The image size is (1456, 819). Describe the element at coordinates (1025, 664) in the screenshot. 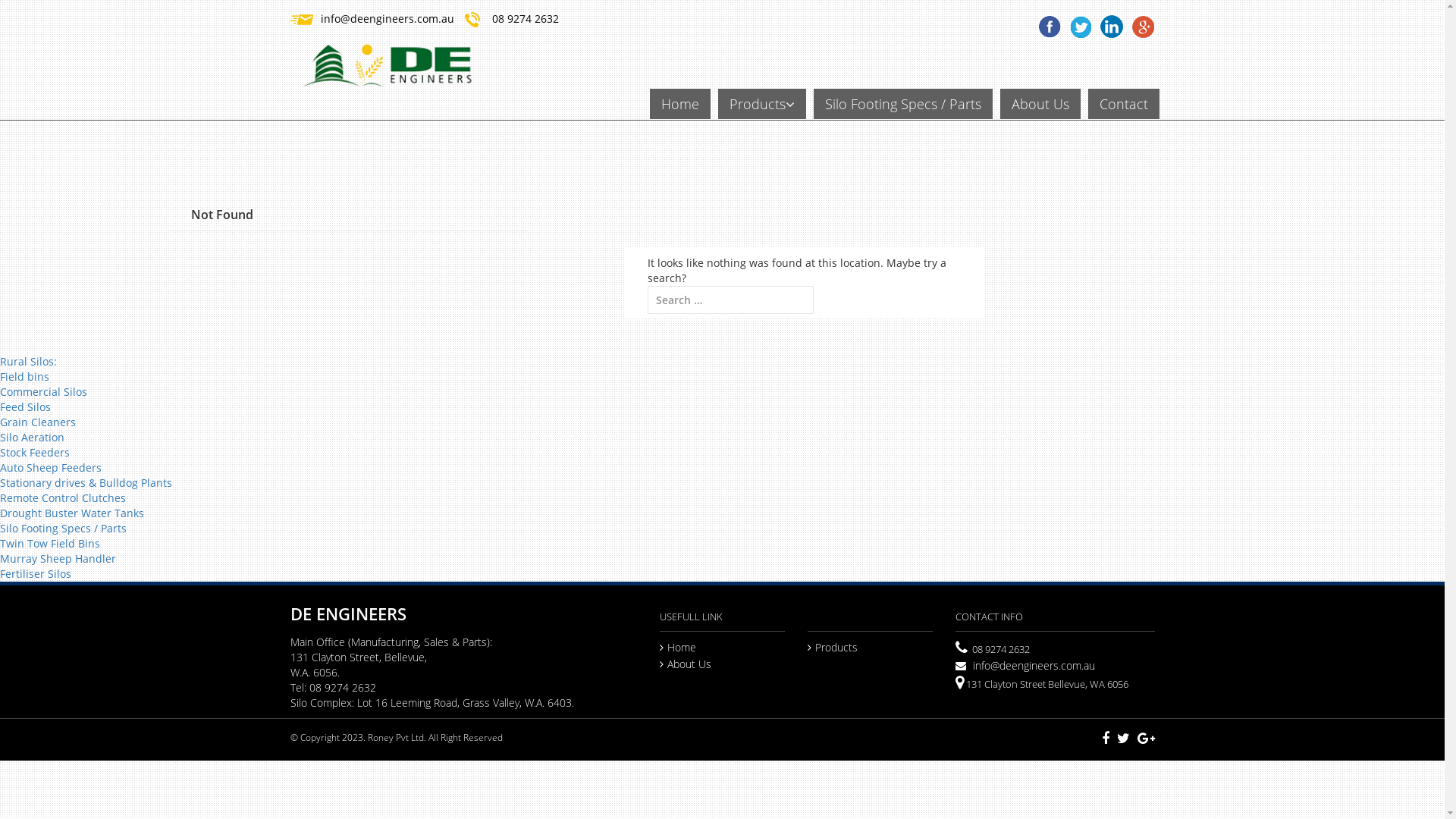

I see `'info@deengineers.com.au'` at that location.